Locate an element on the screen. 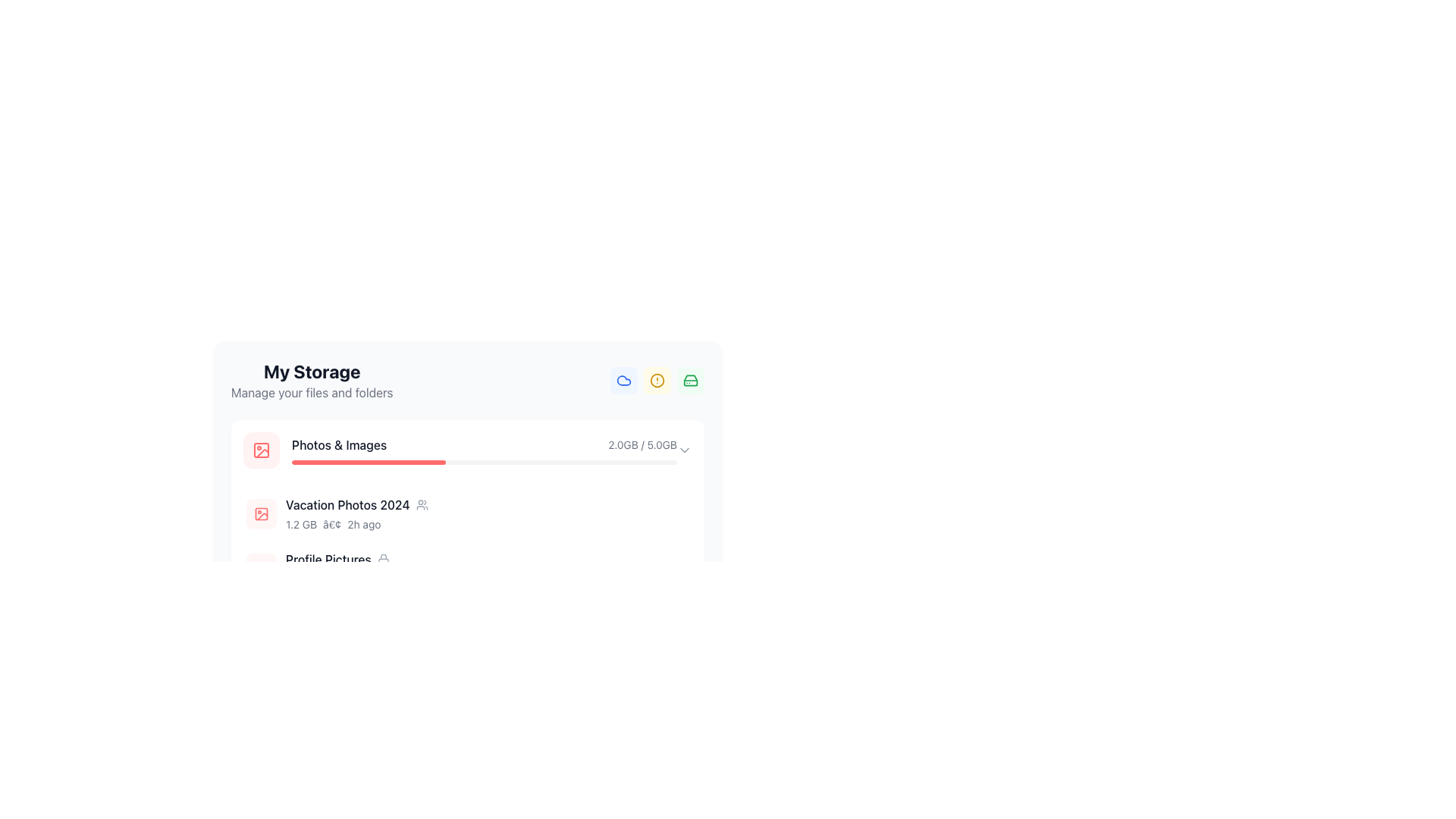  the bullet point symbol located between the texts '1.2 GB' and '2h ago' under 'Vacation Photos 2024' is located at coordinates (331, 523).